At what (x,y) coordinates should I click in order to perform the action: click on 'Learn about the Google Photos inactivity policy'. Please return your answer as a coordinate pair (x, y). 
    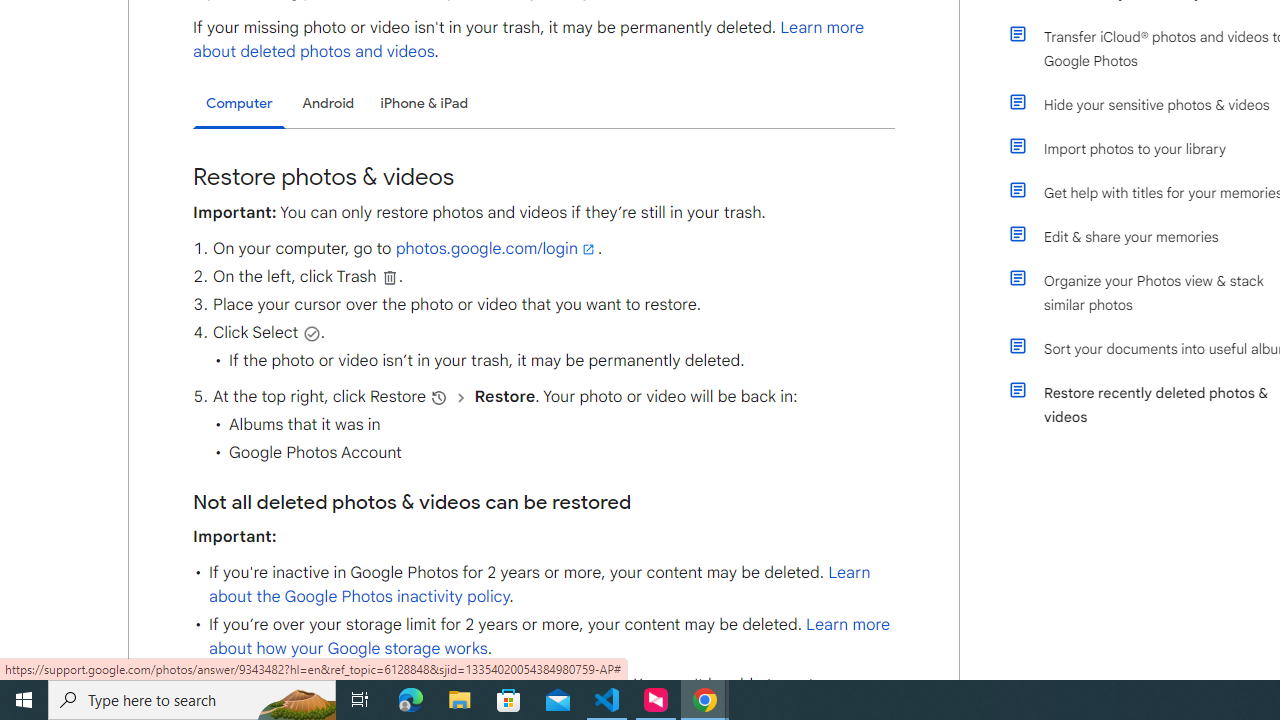
    Looking at the image, I should click on (539, 585).